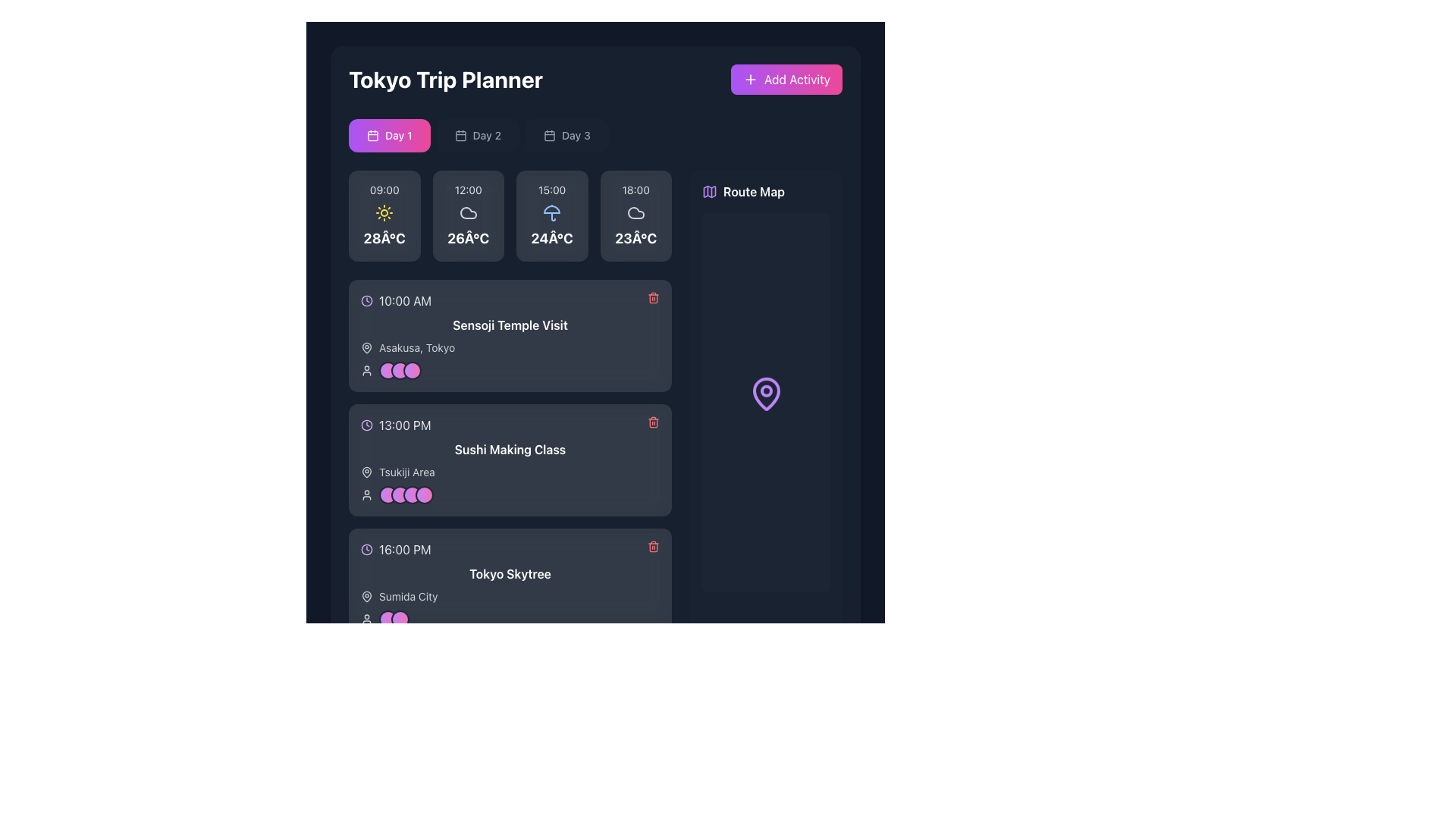 This screenshot has width=1456, height=819. I want to click on contents of the weather information card displaying '09:00' at the top, a yellow sun icon in the center, and '28Â°C' at the bottom, located near the top-left section of the app interface, so click(384, 216).